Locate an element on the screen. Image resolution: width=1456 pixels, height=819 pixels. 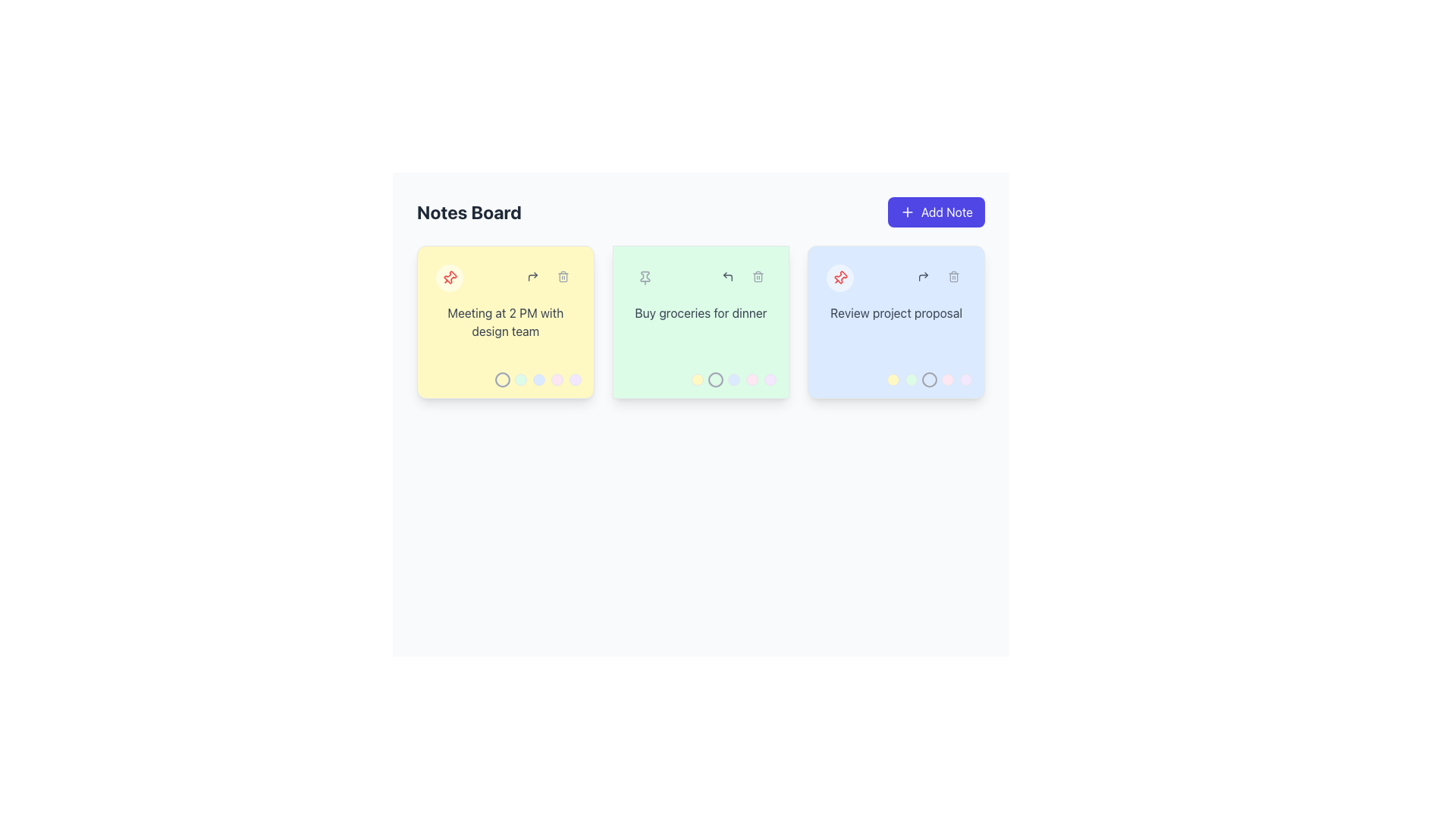
the first rectangular card with a soft yellow background that contains the text 'Meeting at 2 PM with design team' is located at coordinates (505, 321).